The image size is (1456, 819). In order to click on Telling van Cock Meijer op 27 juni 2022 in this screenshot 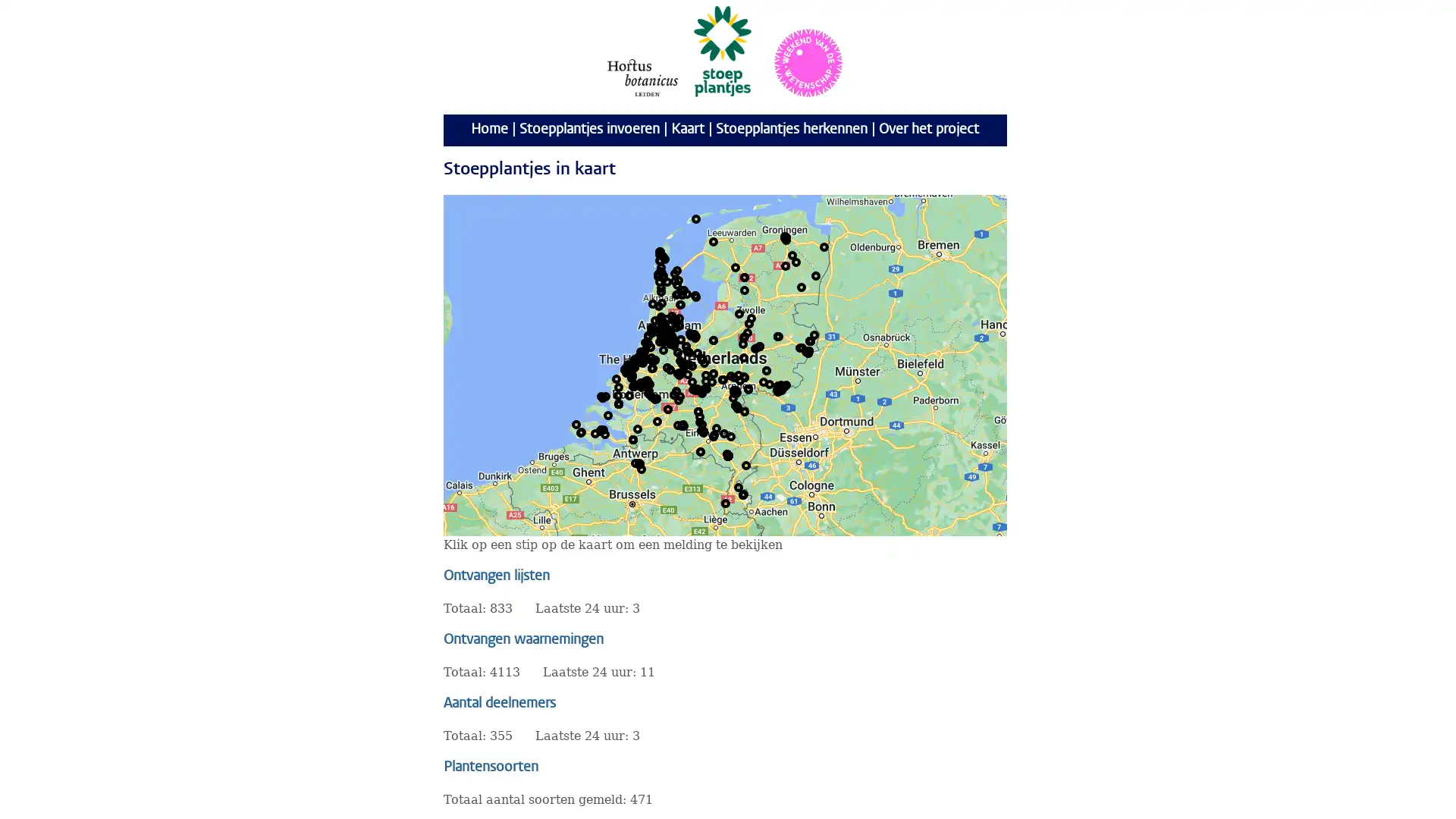, I will do `click(645, 342)`.